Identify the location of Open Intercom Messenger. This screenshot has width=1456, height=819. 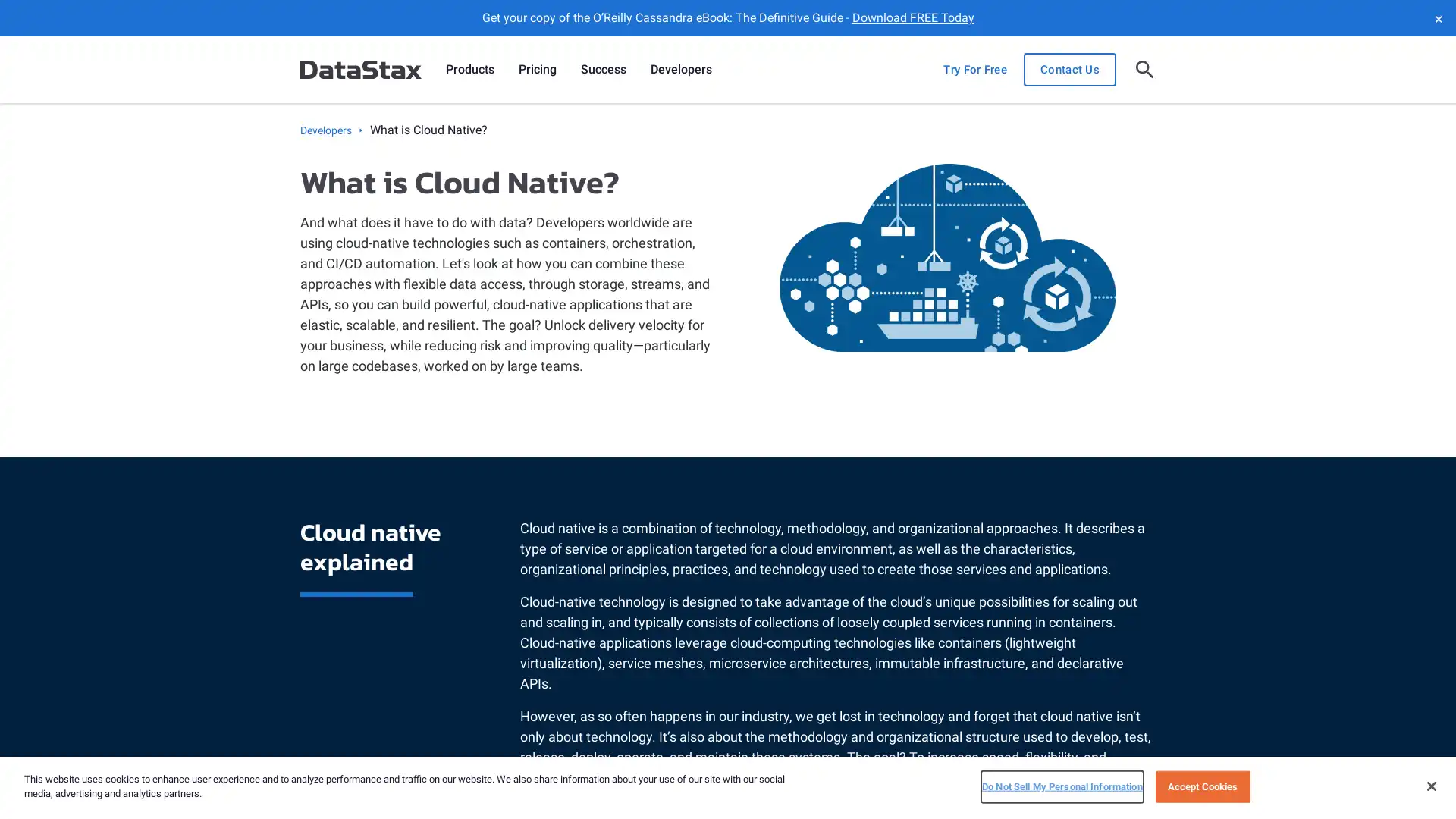
(1417, 780).